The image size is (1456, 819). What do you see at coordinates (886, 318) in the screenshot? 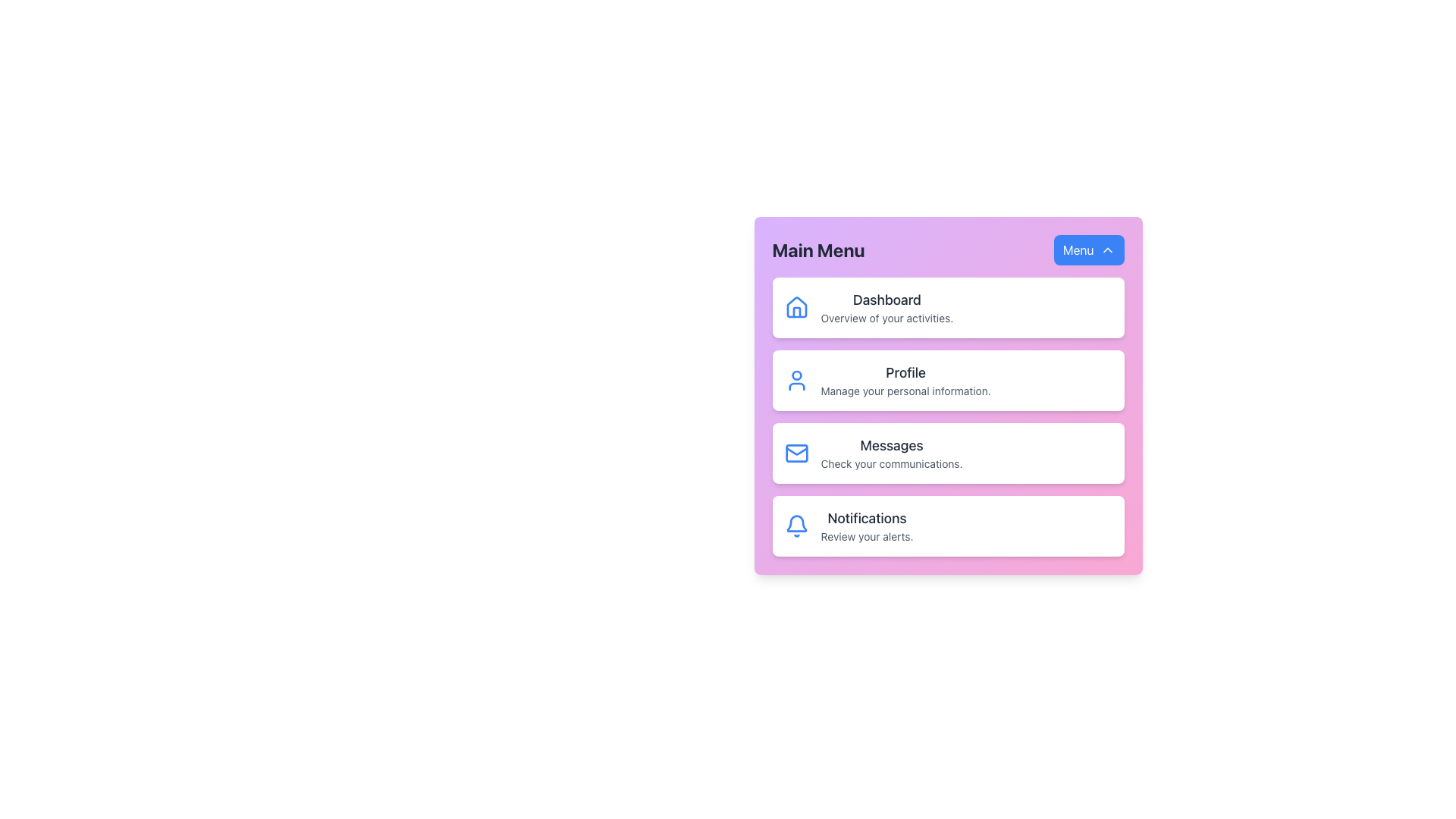
I see `the informational text located directly below the 'Dashboard' heading in the topmost menu item of the vertically stacked menu list` at bounding box center [886, 318].